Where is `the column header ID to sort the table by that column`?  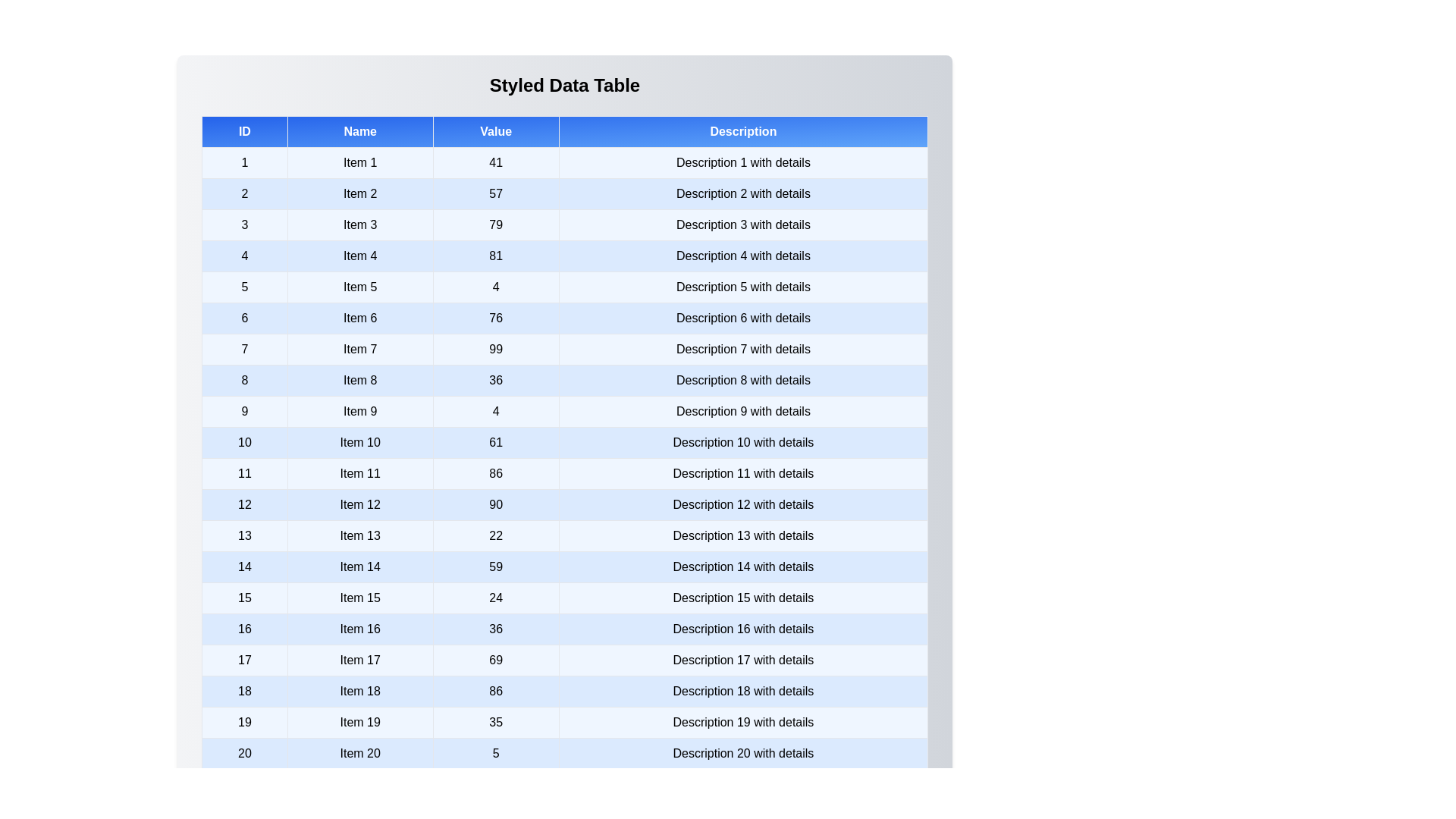 the column header ID to sort the table by that column is located at coordinates (244, 130).